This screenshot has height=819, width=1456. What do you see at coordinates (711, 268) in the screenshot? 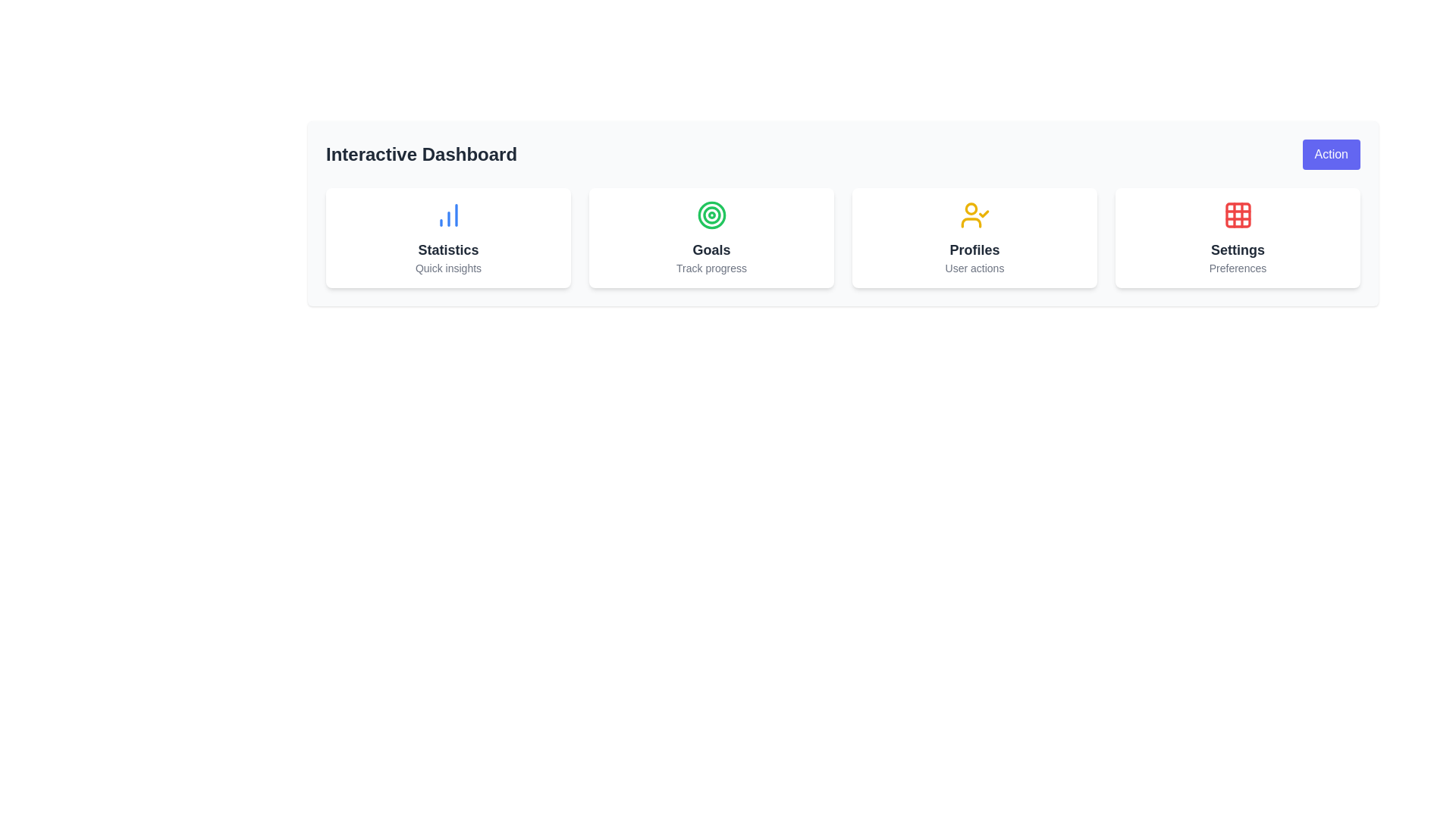
I see `the text label providing additional information about the 'Goals' card, which is positioned below the 'Goals' label in a card layout` at bounding box center [711, 268].